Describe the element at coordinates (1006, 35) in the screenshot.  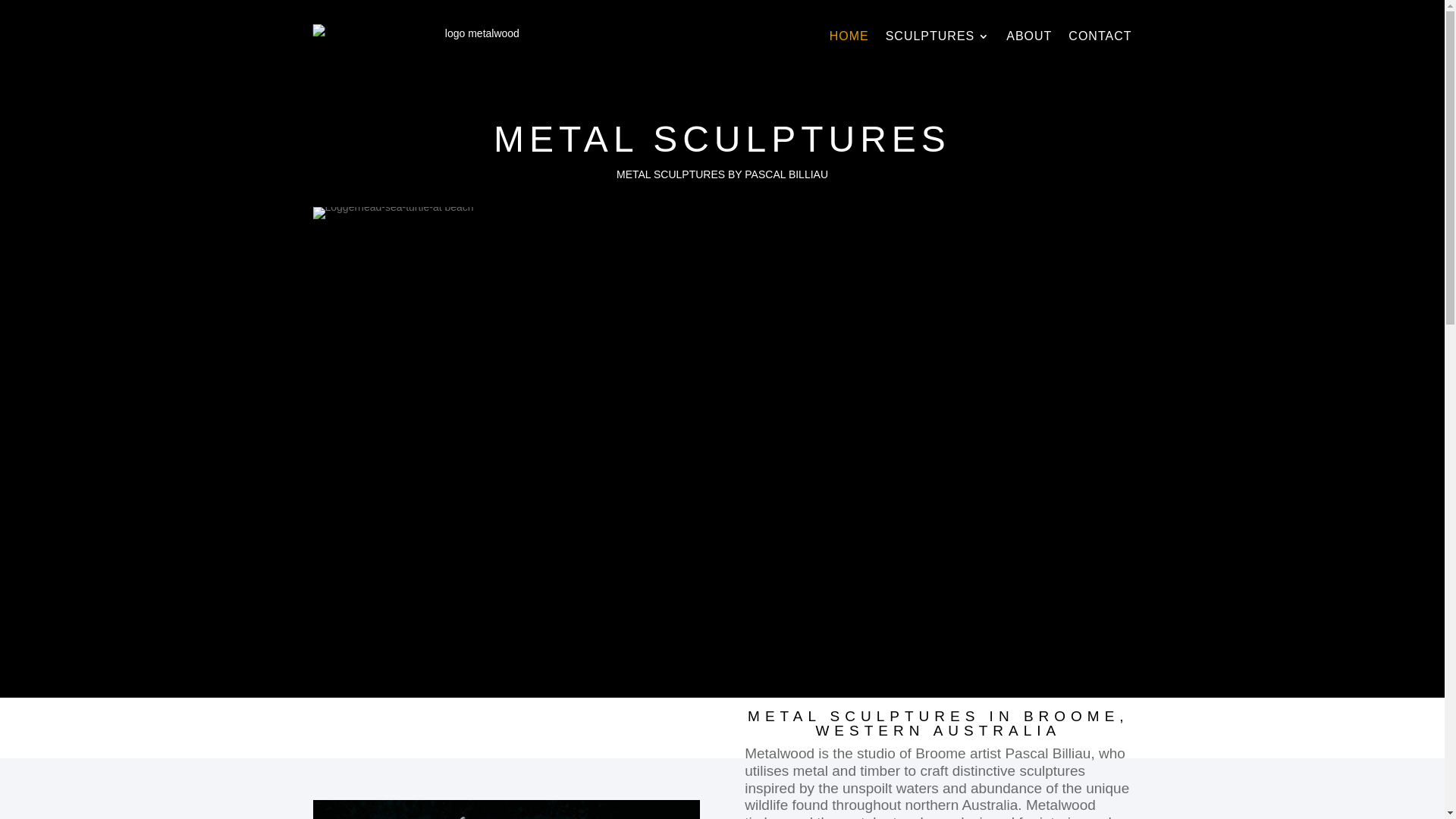
I see `'ABOUT'` at that location.